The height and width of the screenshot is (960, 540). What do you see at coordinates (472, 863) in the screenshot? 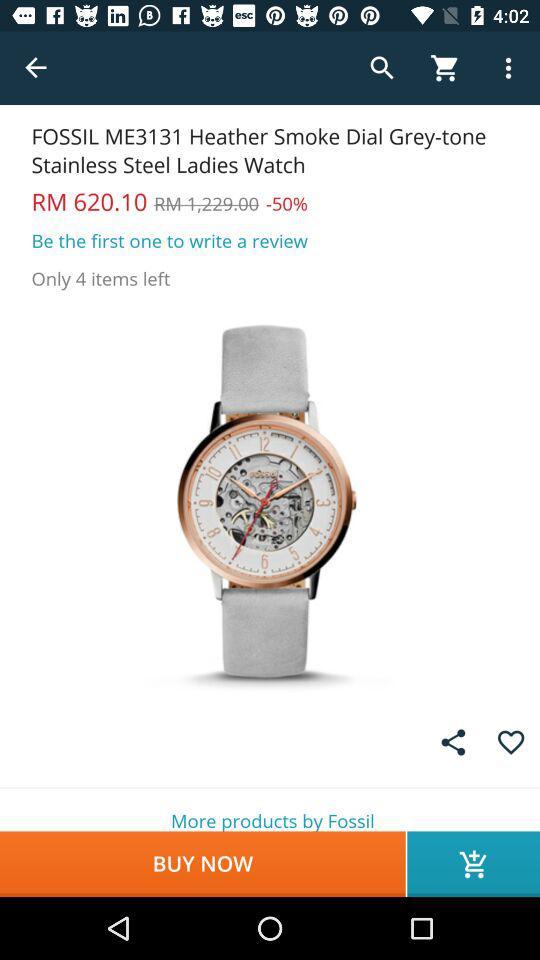
I see `the cart icon` at bounding box center [472, 863].